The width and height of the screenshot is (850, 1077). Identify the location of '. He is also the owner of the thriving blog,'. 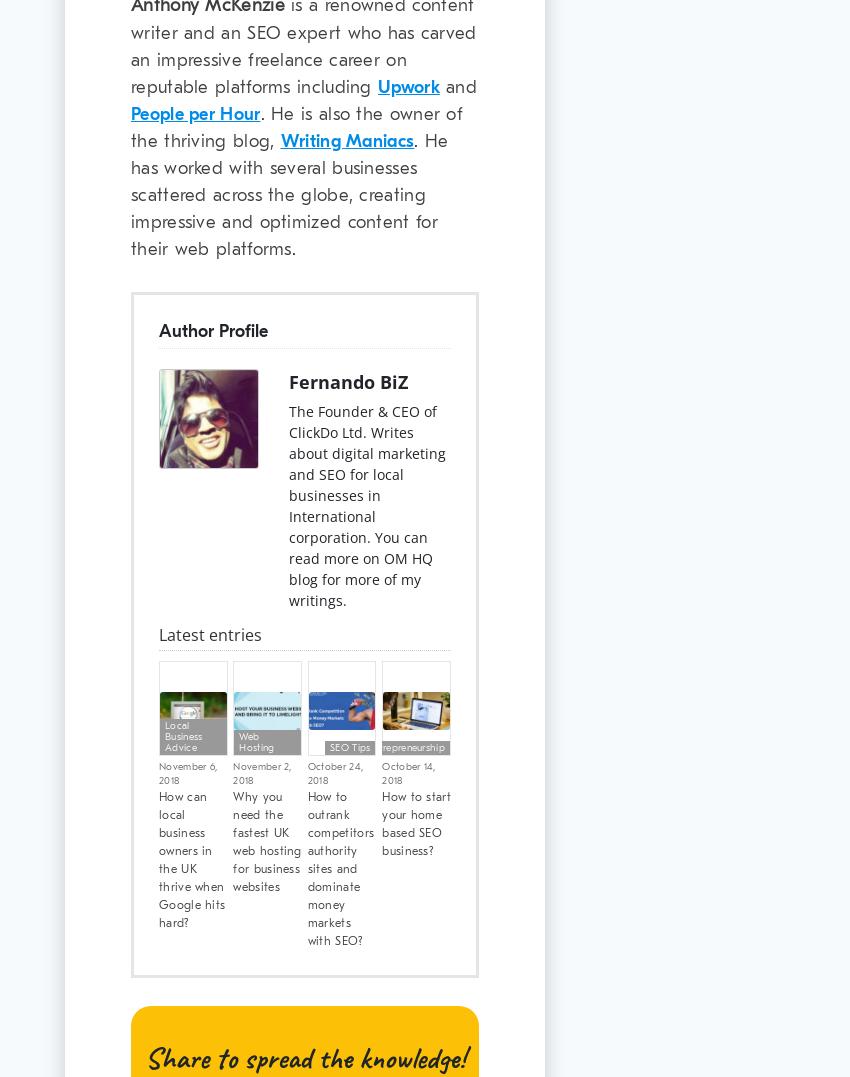
(295, 127).